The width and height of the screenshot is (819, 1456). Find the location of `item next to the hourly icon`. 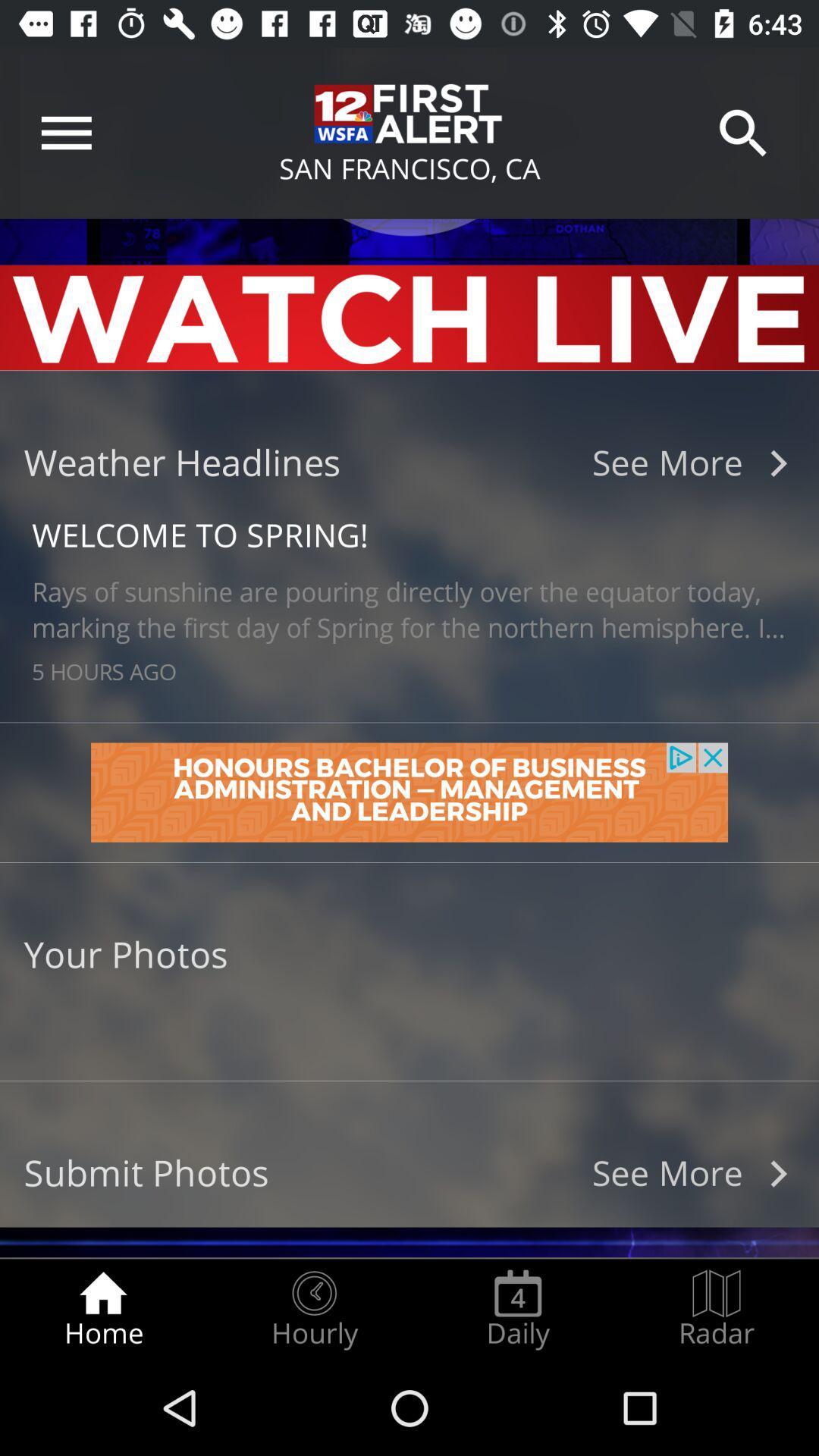

item next to the hourly icon is located at coordinates (517, 1309).